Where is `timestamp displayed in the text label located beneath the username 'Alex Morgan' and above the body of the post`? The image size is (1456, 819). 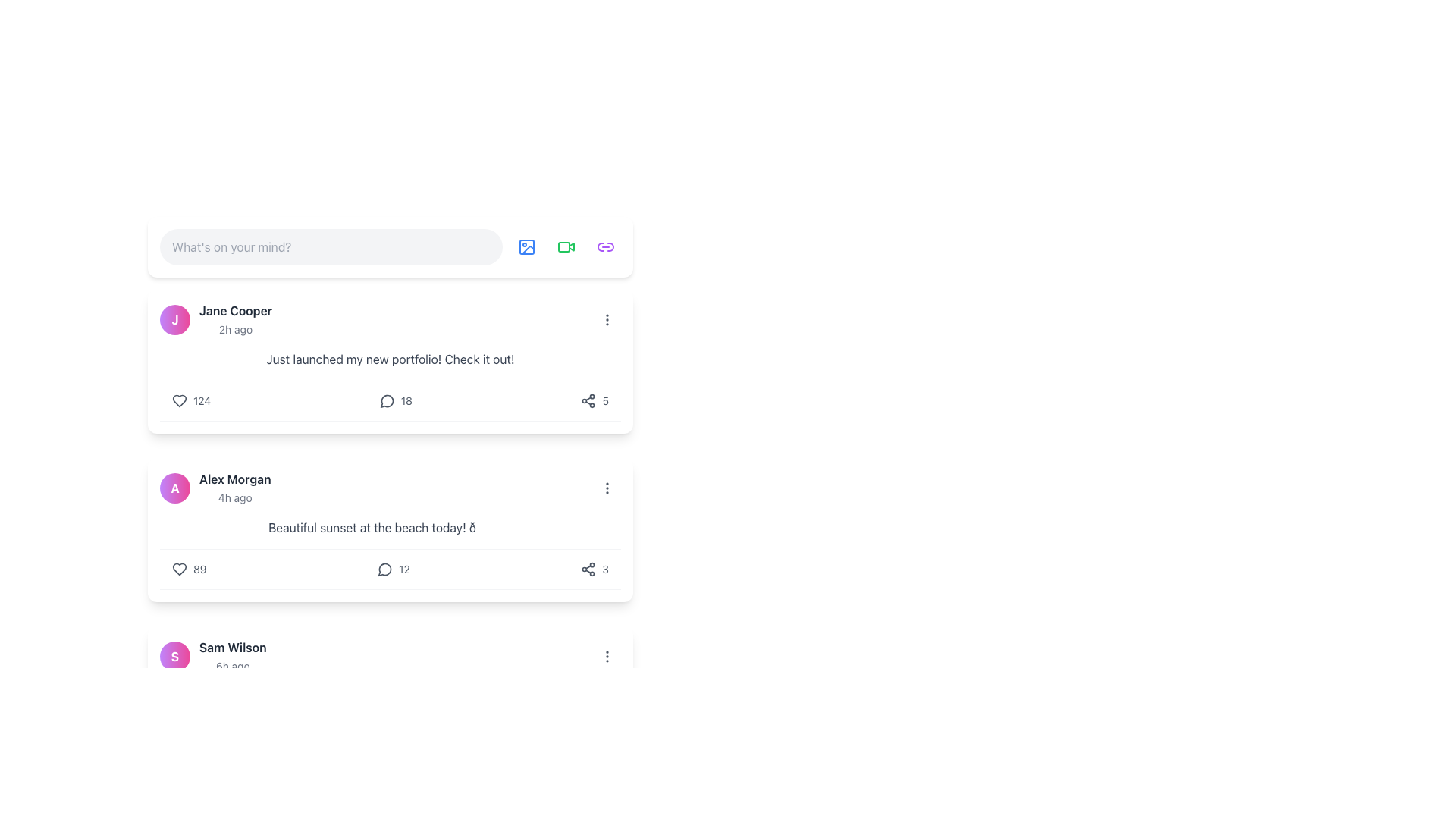 timestamp displayed in the text label located beneath the username 'Alex Morgan' and above the body of the post is located at coordinates (234, 497).